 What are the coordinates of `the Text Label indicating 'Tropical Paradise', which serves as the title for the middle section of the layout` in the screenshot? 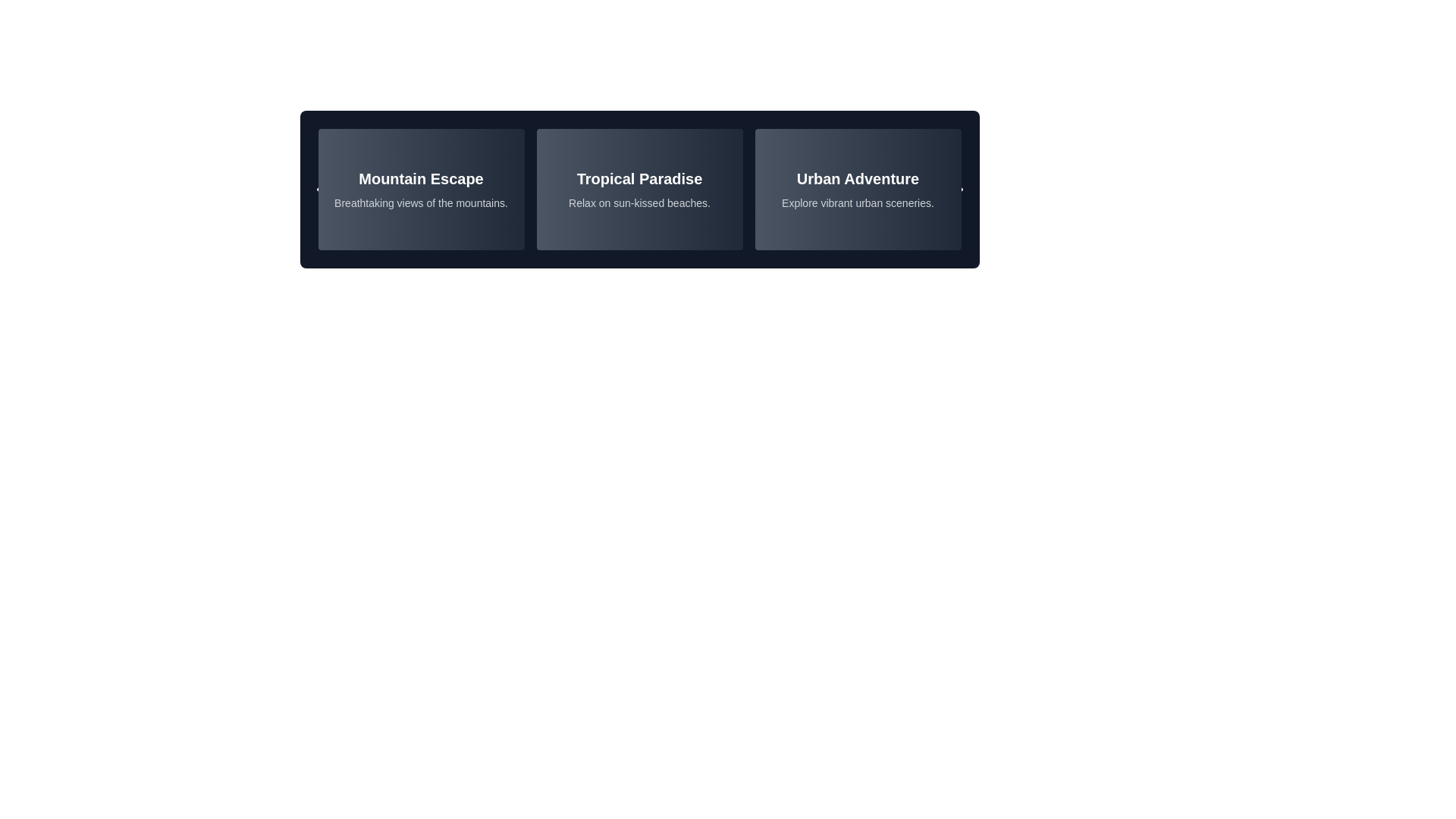 It's located at (639, 177).